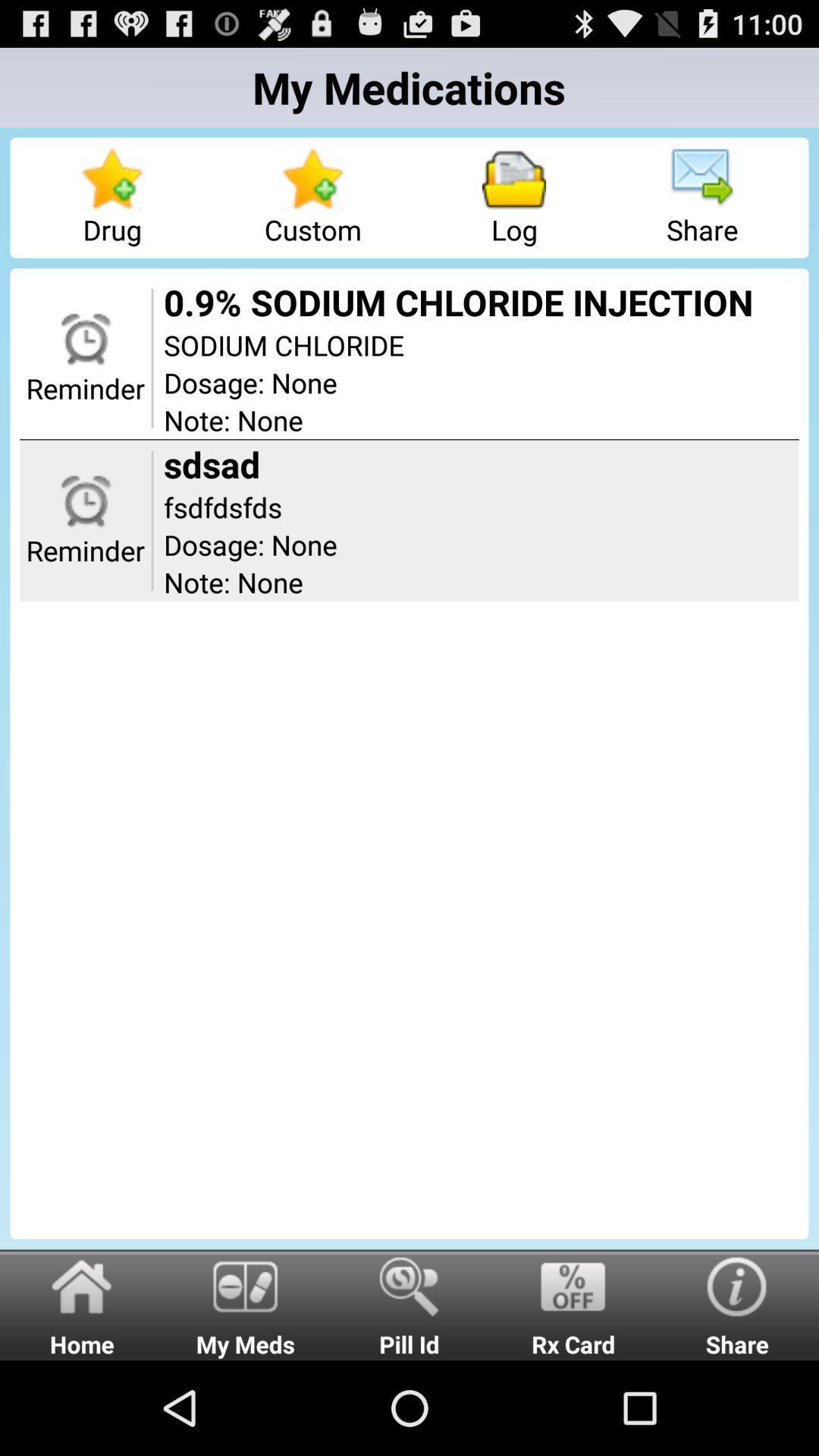  I want to click on item below note: none icon, so click(245, 1304).